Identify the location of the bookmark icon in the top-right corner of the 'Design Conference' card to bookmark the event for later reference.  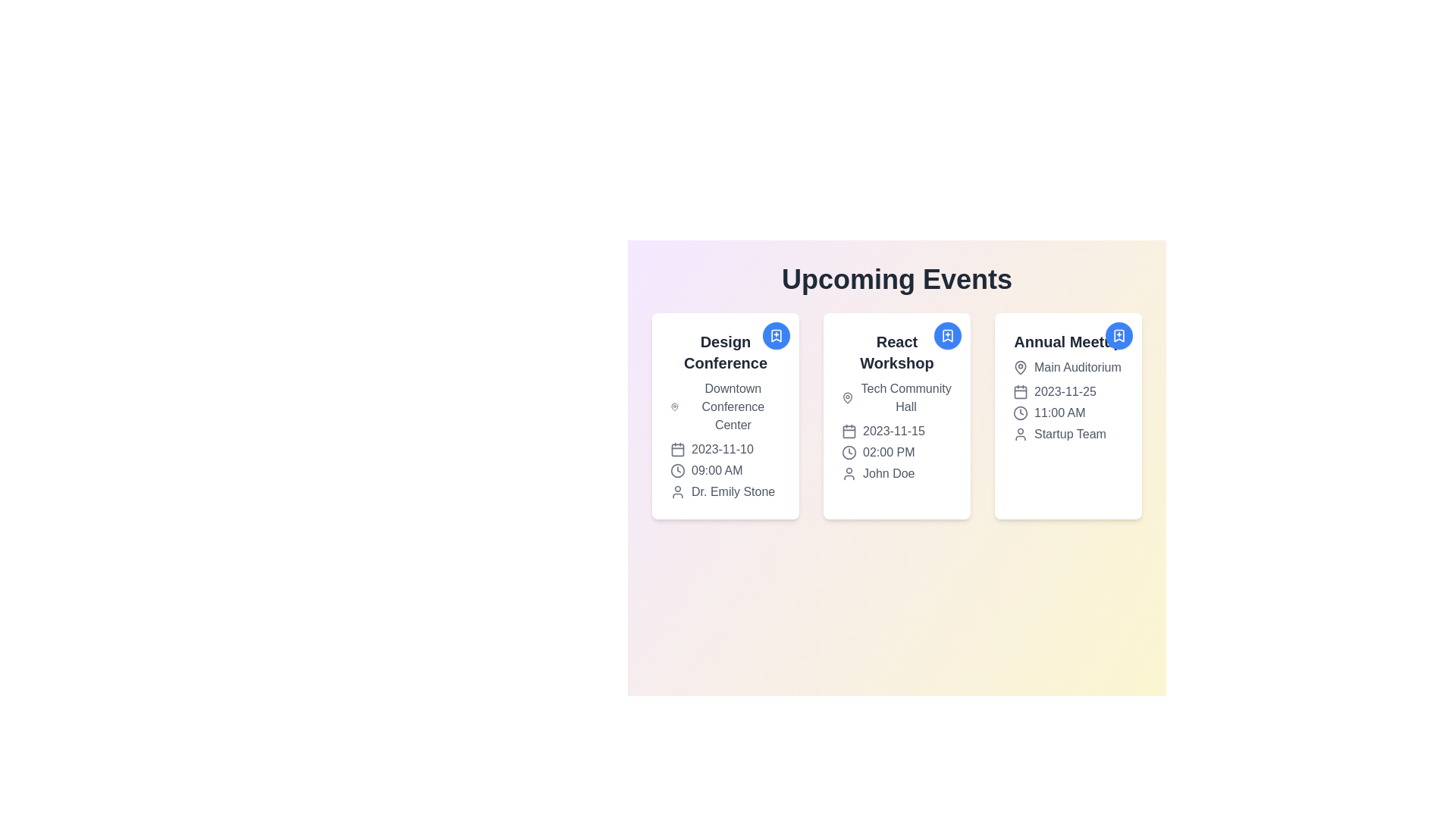
(776, 335).